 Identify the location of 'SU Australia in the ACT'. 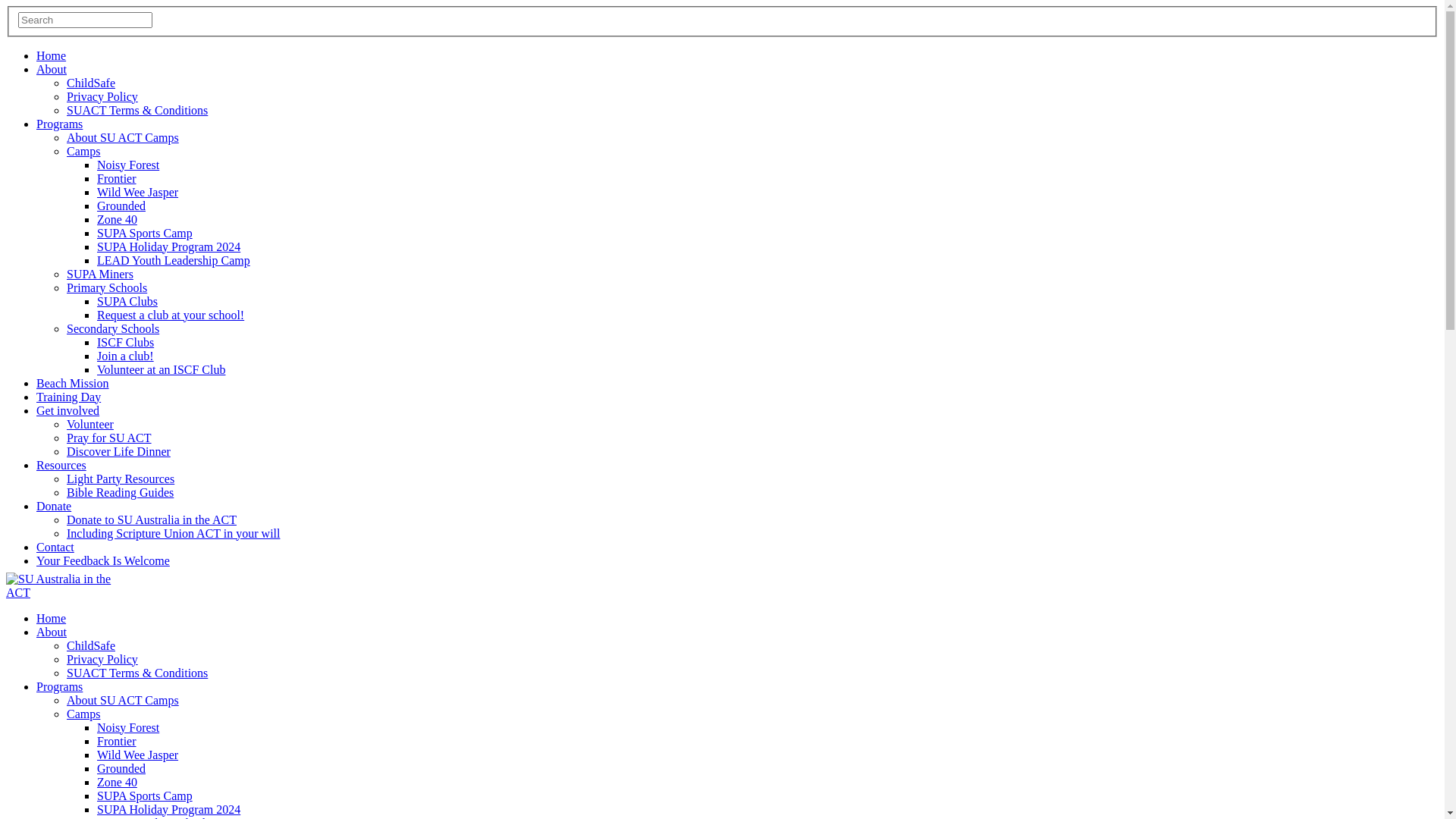
(58, 585).